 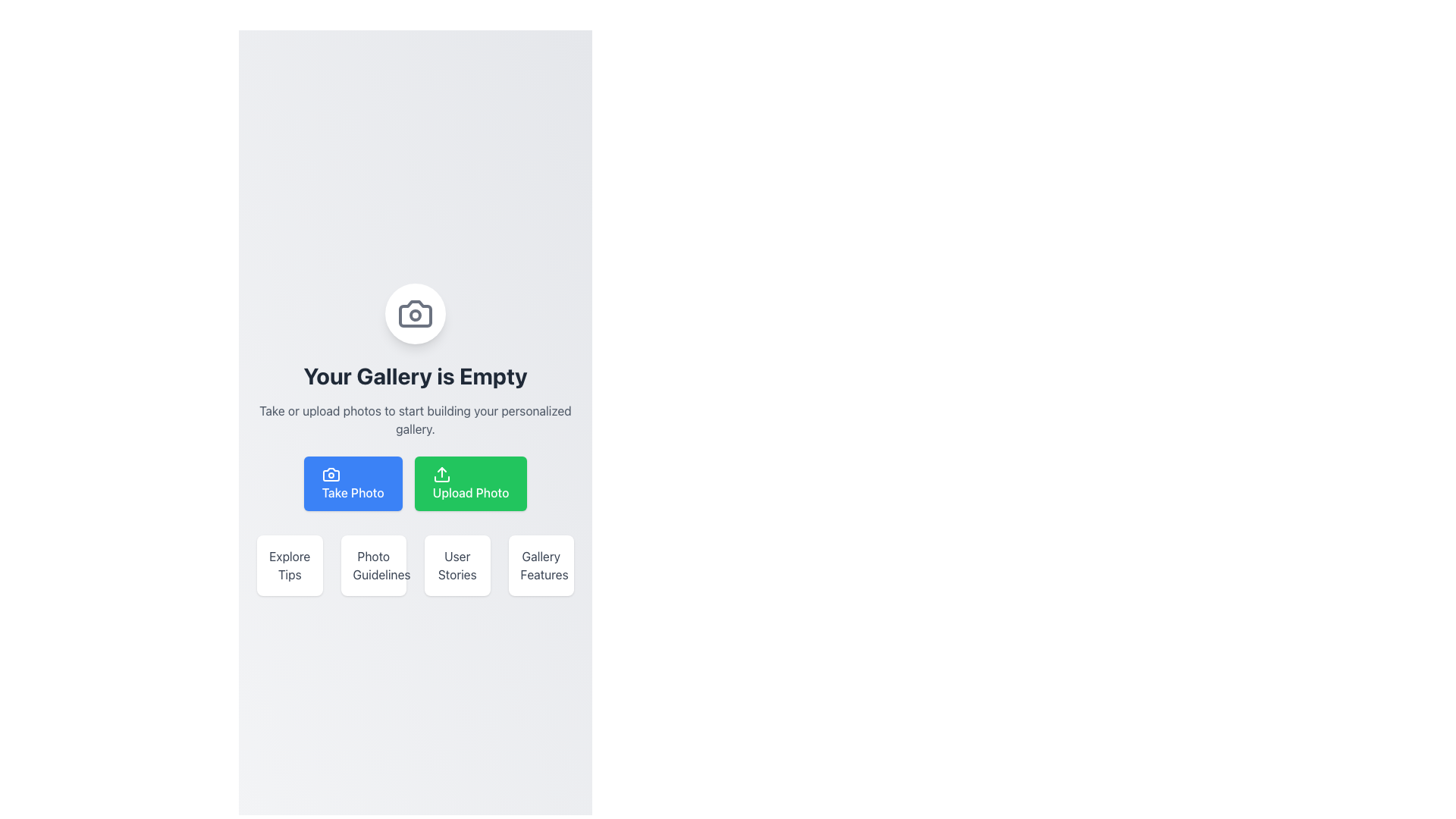 I want to click on the Decorative icon component, which is a horizontal rectangular line with rounded corners, located at the bottom of the icon group within the 'Upload Photo' button, so click(x=441, y=479).